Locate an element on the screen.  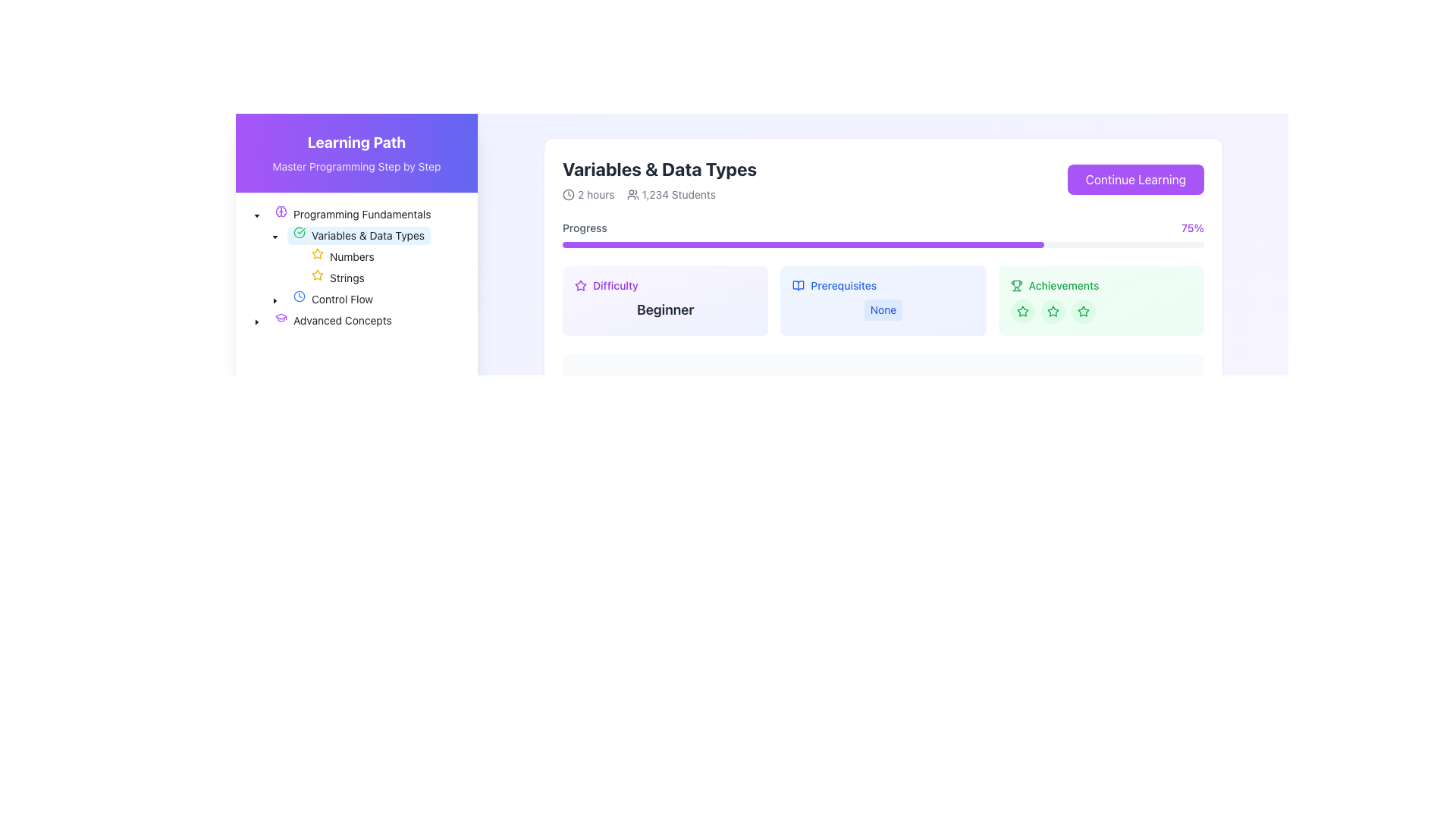
the small icon representing a group of users, which is located to the left of the text '1,234 Students' and right of '2 hours' is located at coordinates (632, 194).